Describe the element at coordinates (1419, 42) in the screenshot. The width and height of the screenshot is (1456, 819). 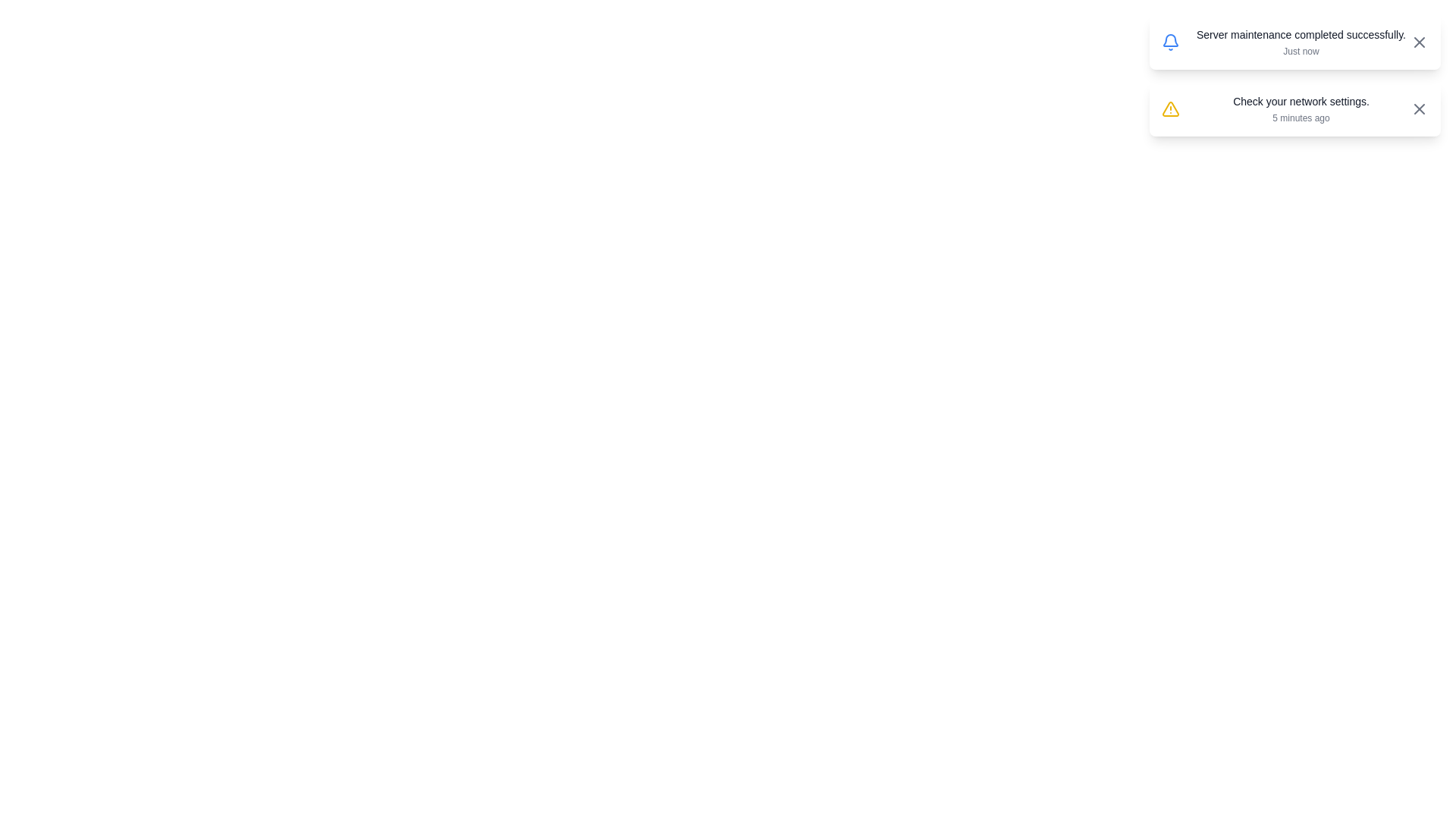
I see `the close button of the alert titled 'Server maintenance completed successfully.'` at that location.